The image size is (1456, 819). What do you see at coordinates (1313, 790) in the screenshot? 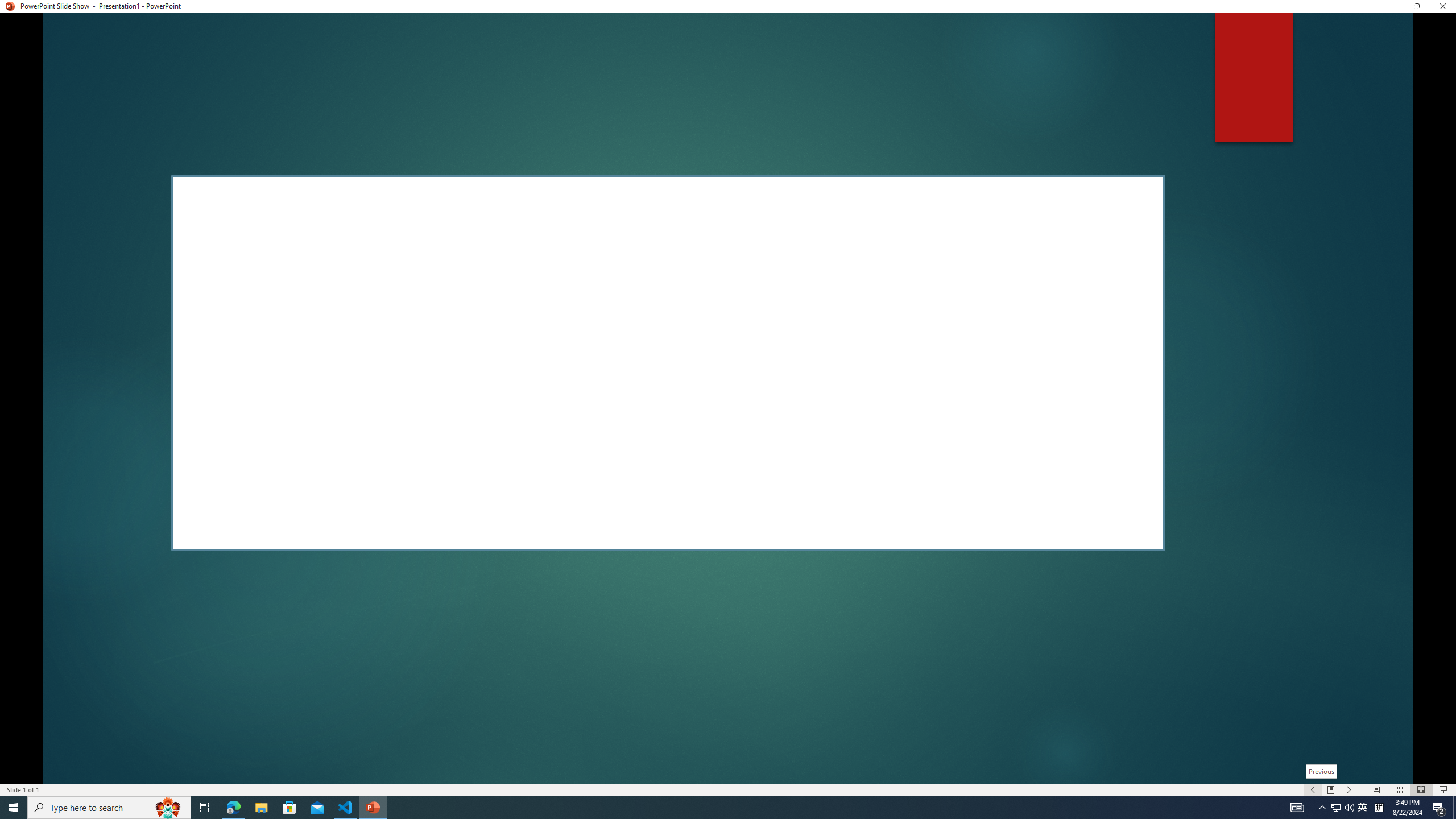
I see `'Slide Show Previous On'` at bounding box center [1313, 790].